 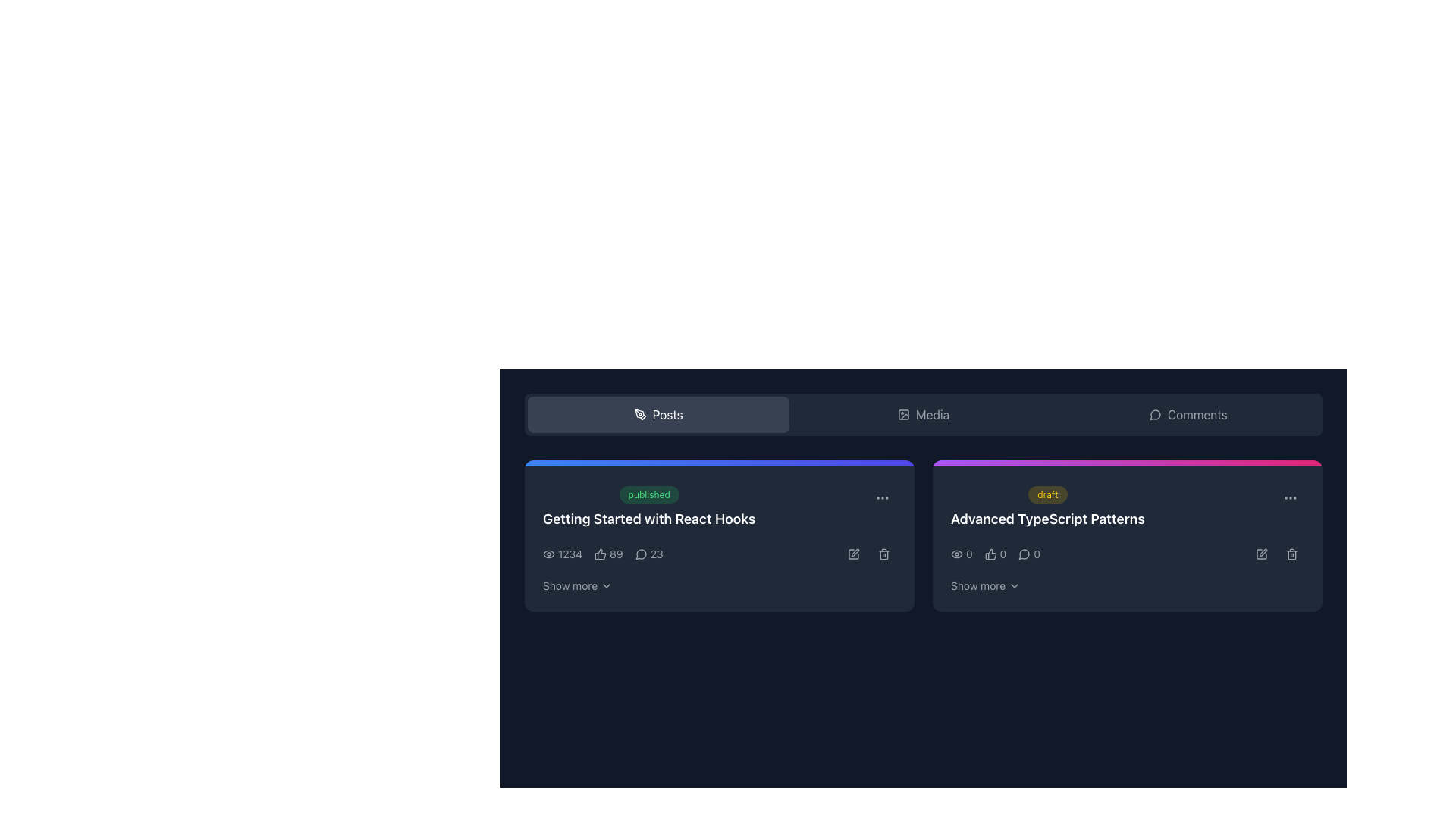 What do you see at coordinates (600, 554) in the screenshot?
I see `the thumbs-up icon located in the 'Getting Started with React Hooks' section of the first card` at bounding box center [600, 554].